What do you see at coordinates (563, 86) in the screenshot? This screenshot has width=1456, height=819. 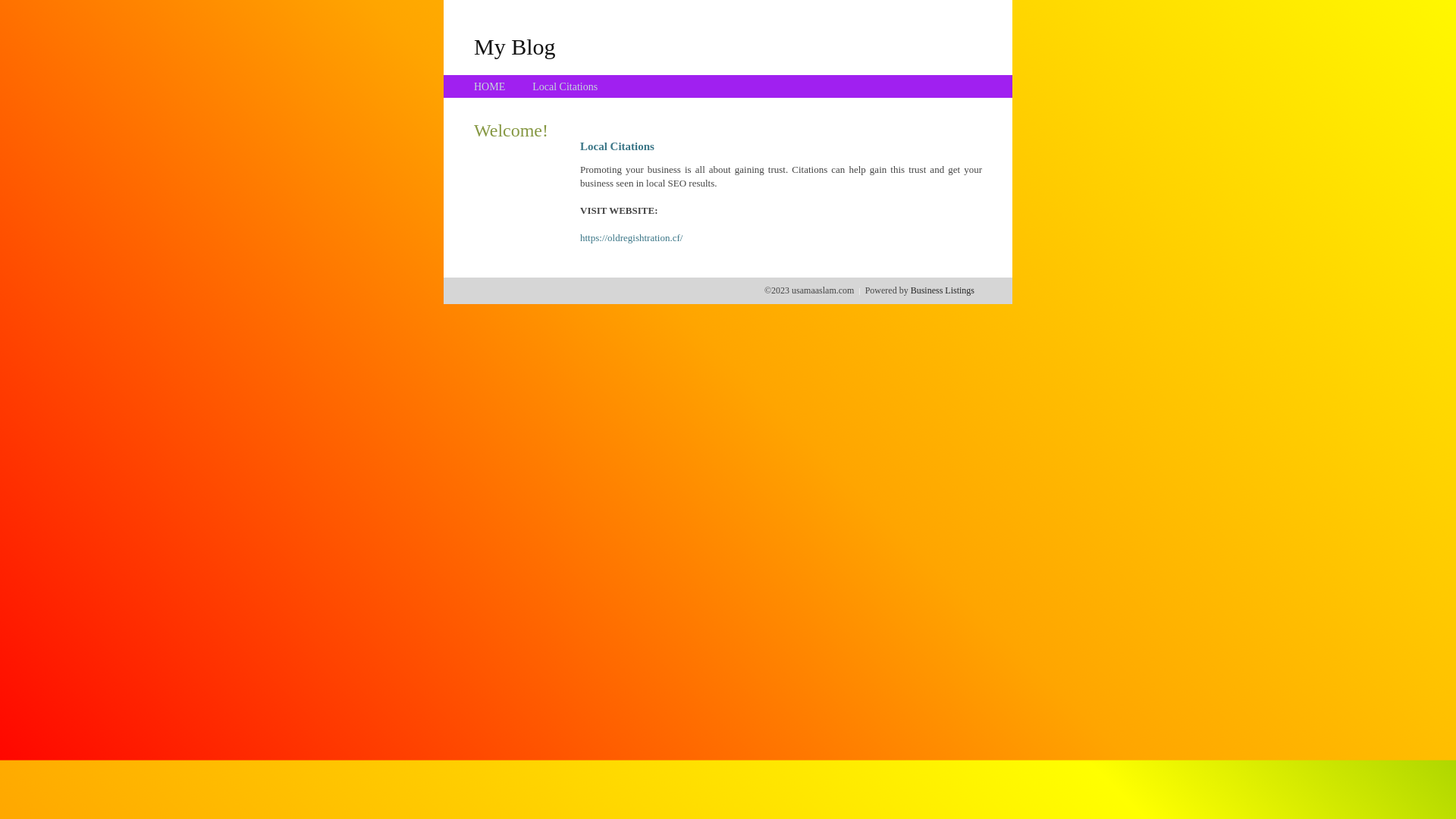 I see `'Local Citations'` at bounding box center [563, 86].